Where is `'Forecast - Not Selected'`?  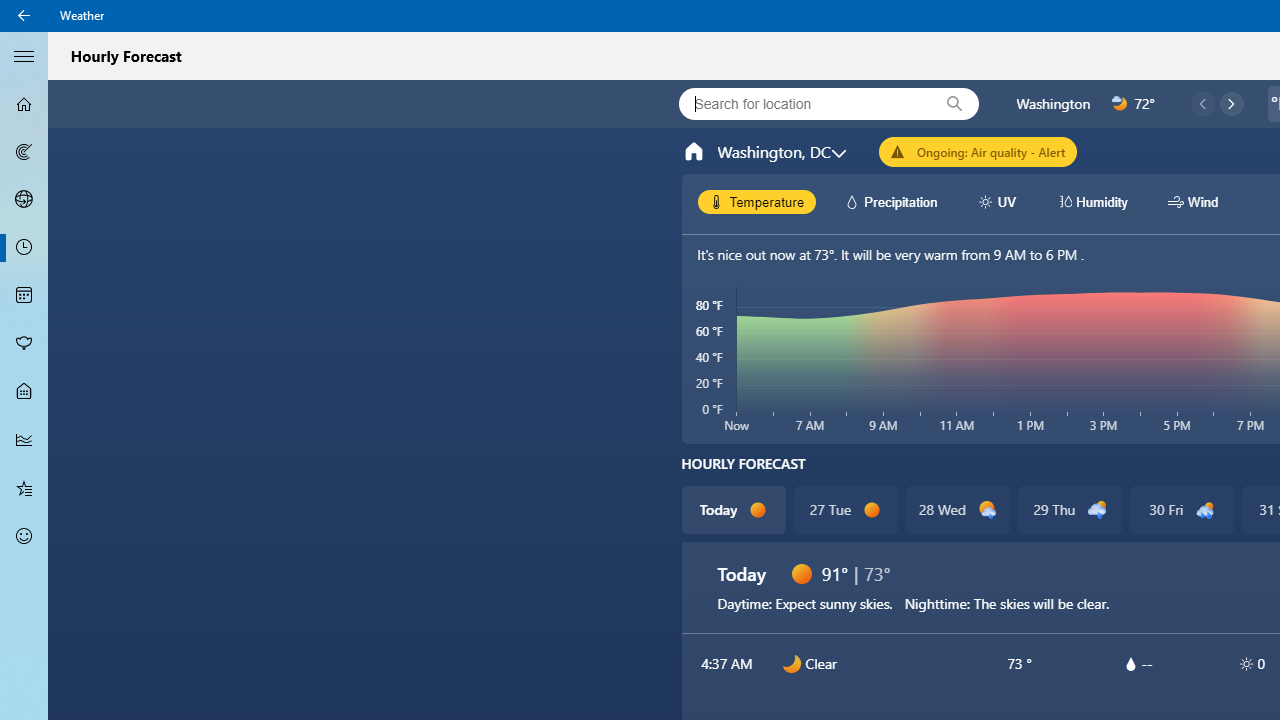
'Forecast - Not Selected' is located at coordinates (24, 104).